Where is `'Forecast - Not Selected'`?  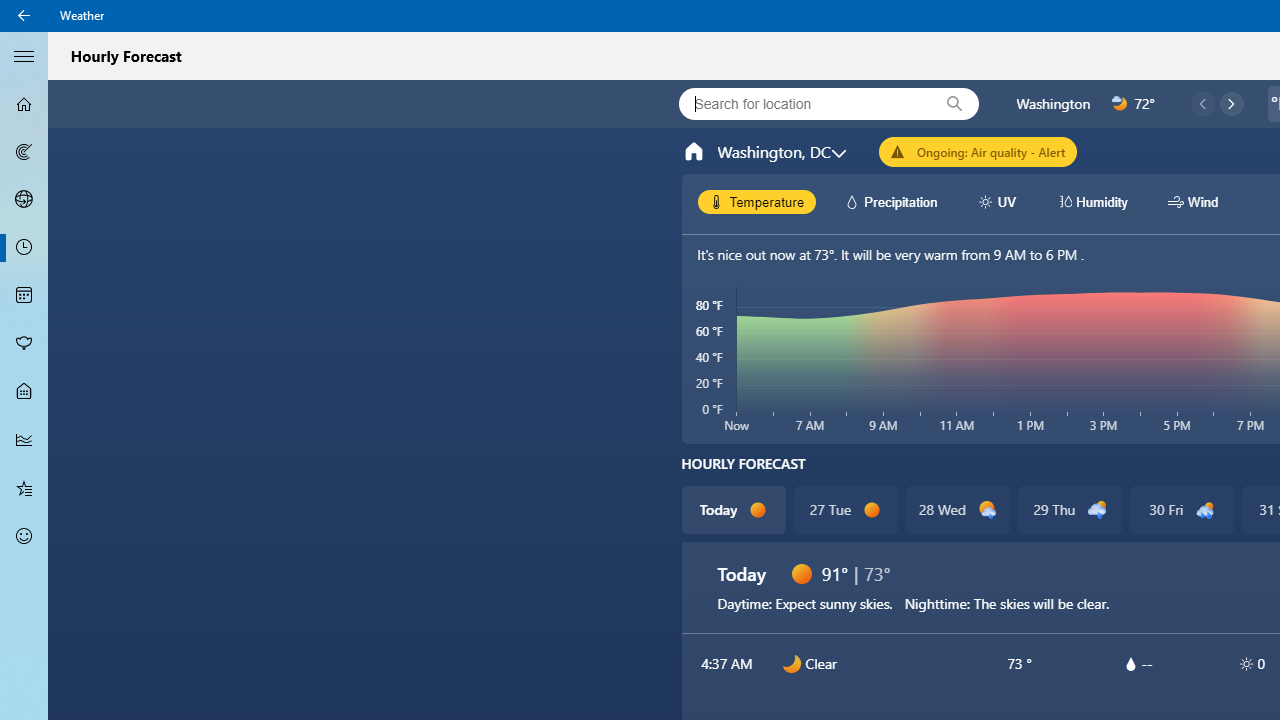
'Forecast - Not Selected' is located at coordinates (24, 104).